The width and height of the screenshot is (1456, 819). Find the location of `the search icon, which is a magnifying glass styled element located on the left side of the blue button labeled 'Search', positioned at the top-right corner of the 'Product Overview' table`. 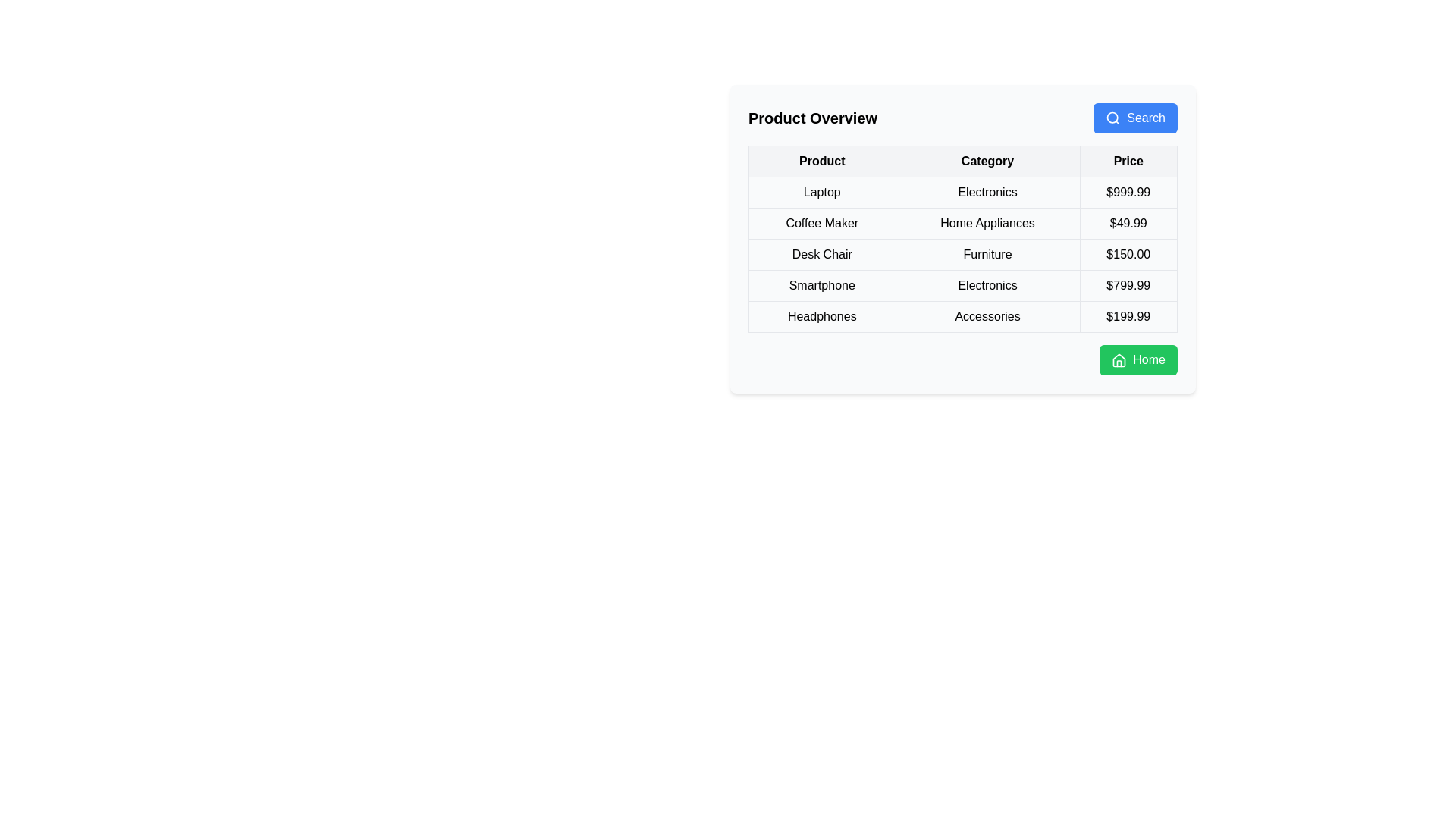

the search icon, which is a magnifying glass styled element located on the left side of the blue button labeled 'Search', positioned at the top-right corner of the 'Product Overview' table is located at coordinates (1113, 117).